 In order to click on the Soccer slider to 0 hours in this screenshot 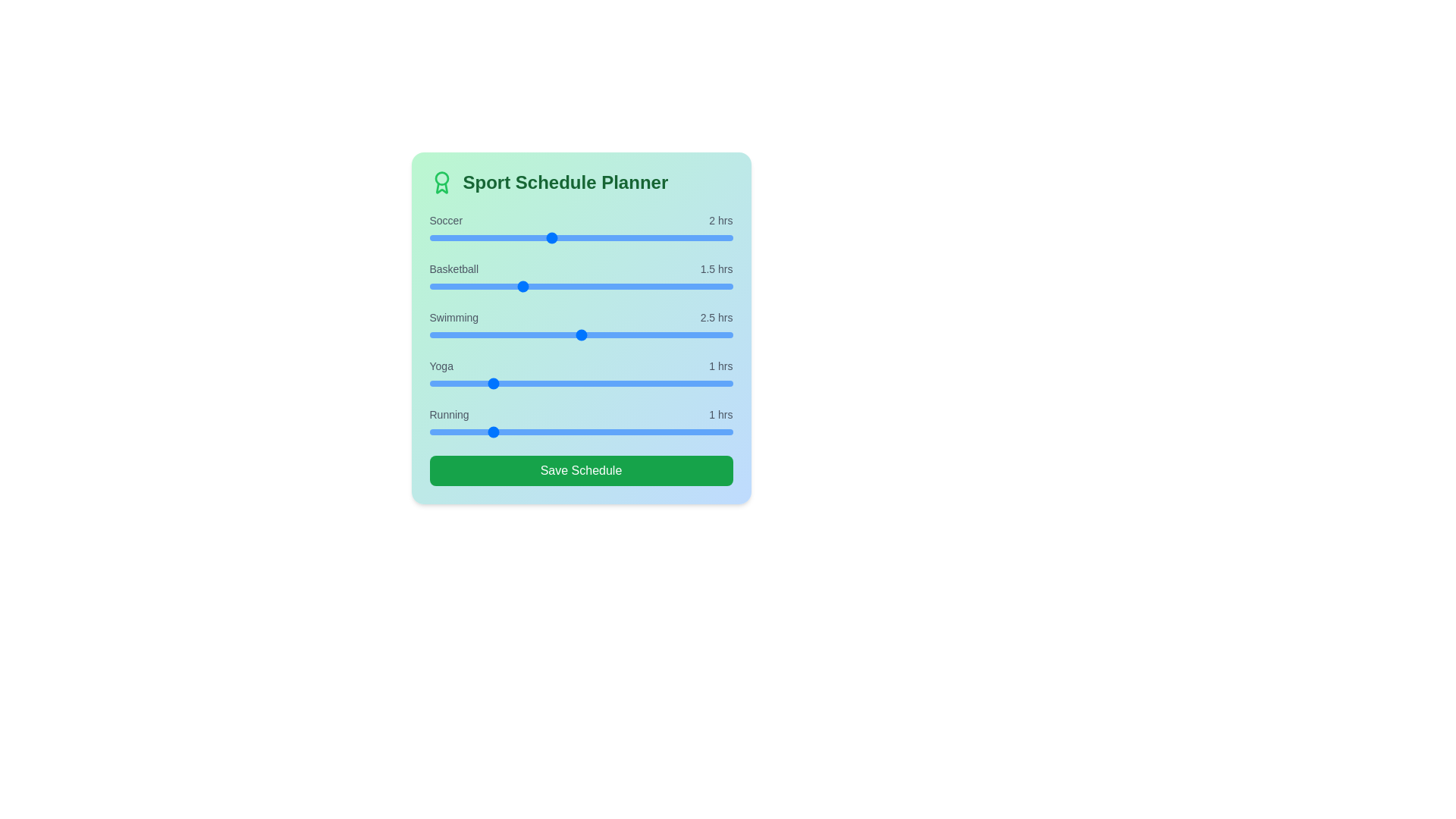, I will do `click(428, 237)`.